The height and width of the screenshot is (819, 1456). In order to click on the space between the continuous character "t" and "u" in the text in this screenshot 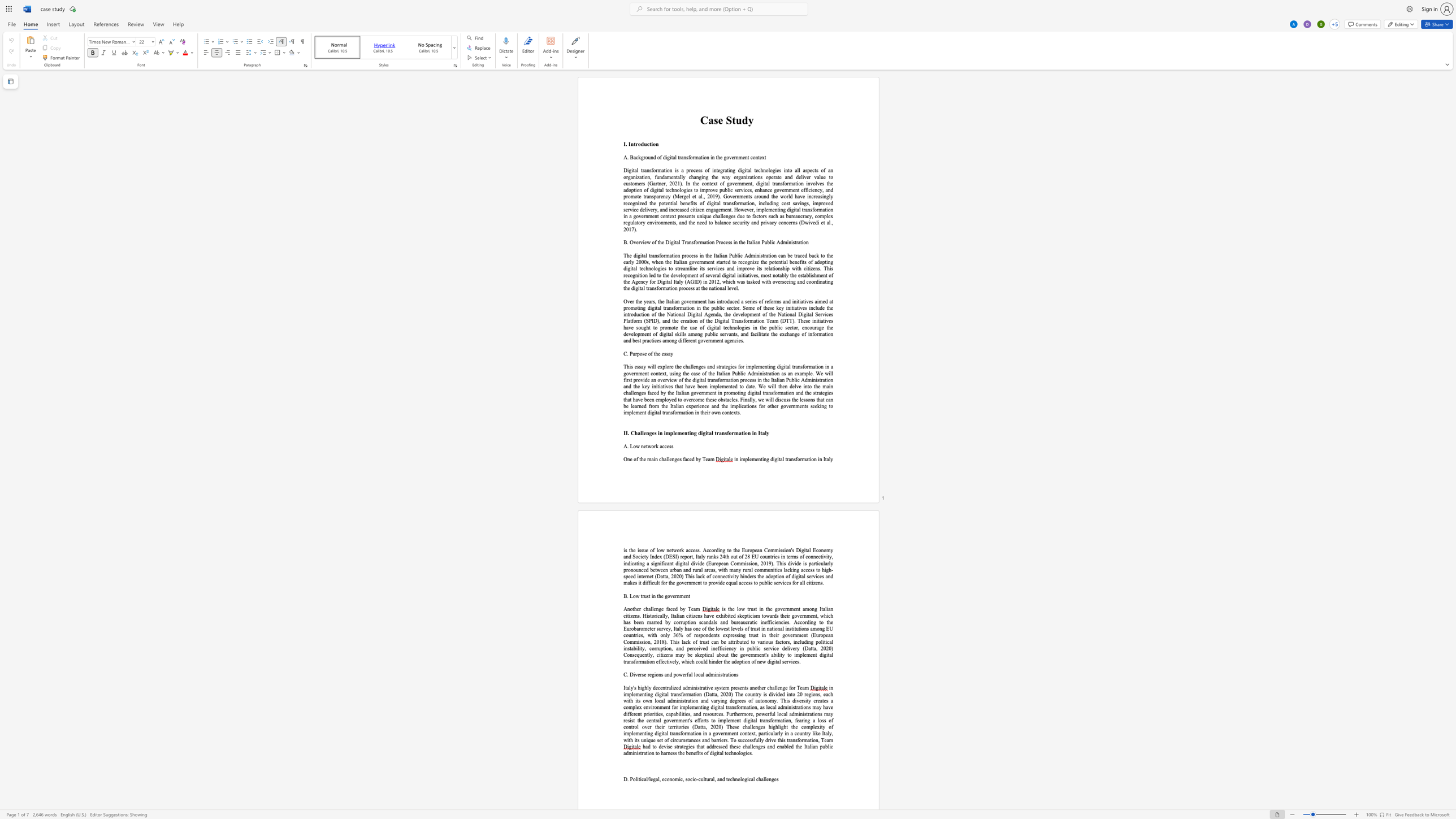, I will do `click(736, 120)`.